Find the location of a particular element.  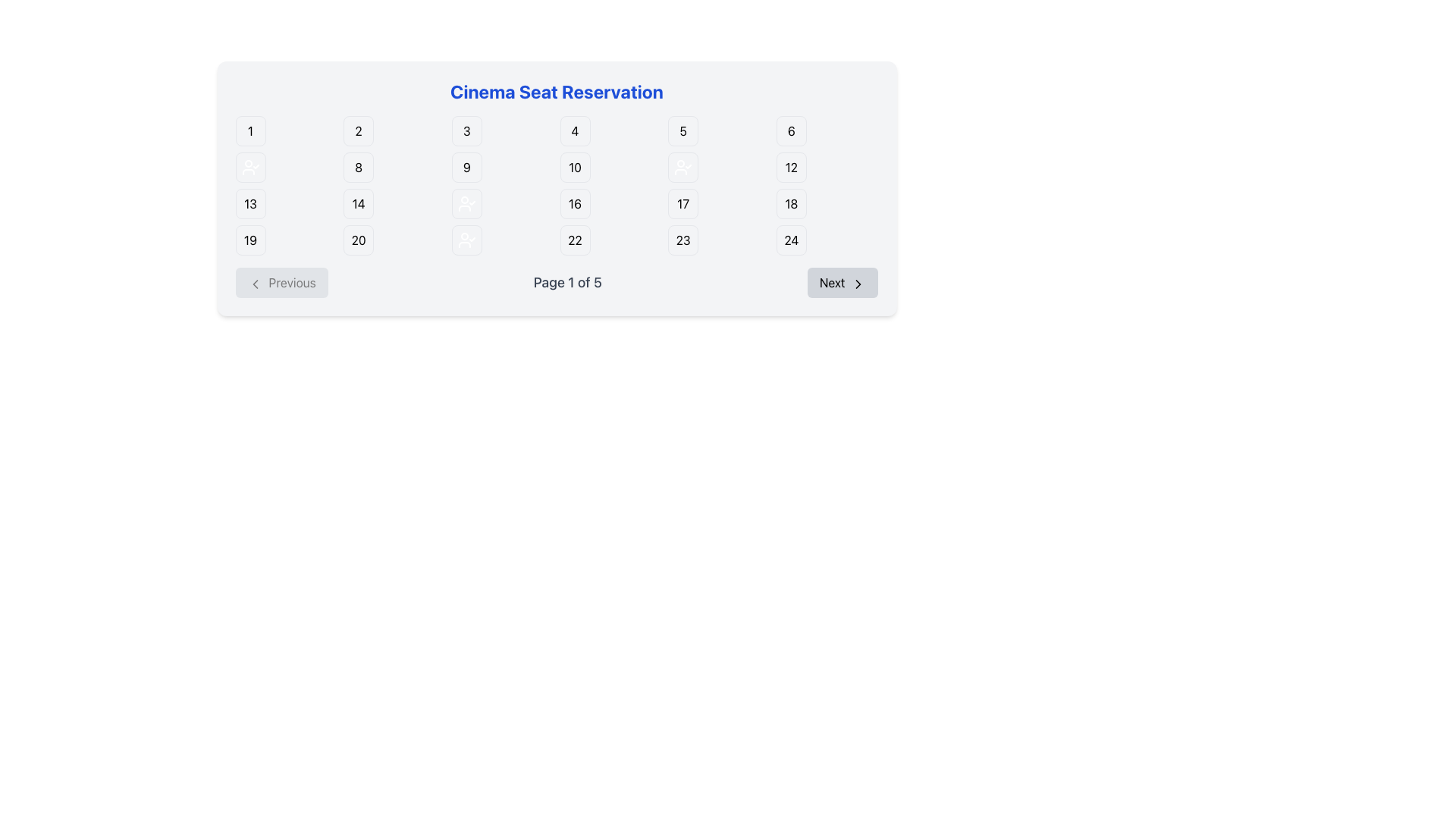

the navigation icon located to the right of the 'Next' button, which serves as an indicator for forward steps is located at coordinates (858, 284).